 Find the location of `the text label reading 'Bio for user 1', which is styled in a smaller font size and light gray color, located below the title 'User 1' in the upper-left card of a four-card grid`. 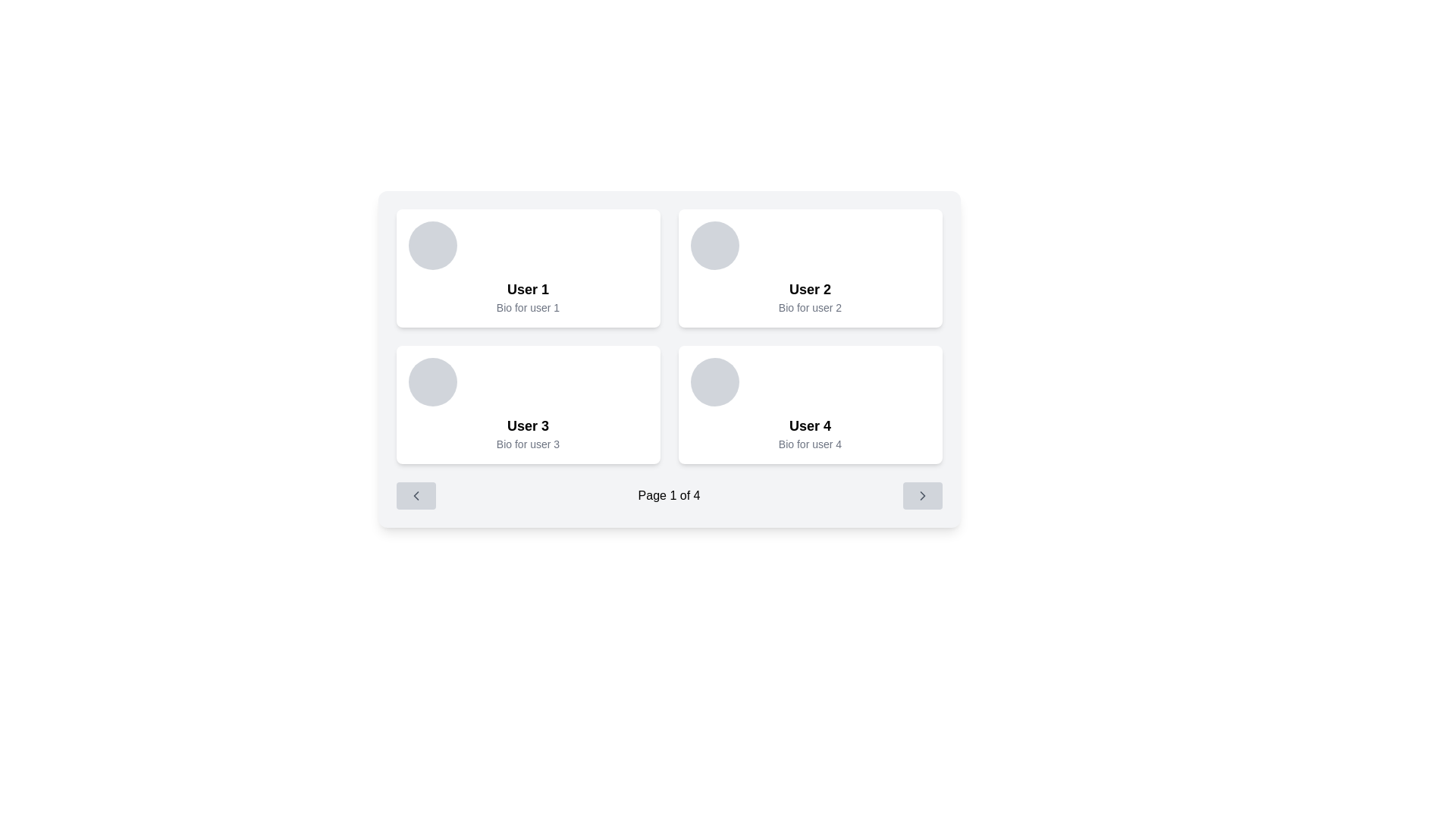

the text label reading 'Bio for user 1', which is styled in a smaller font size and light gray color, located below the title 'User 1' in the upper-left card of a four-card grid is located at coordinates (528, 307).